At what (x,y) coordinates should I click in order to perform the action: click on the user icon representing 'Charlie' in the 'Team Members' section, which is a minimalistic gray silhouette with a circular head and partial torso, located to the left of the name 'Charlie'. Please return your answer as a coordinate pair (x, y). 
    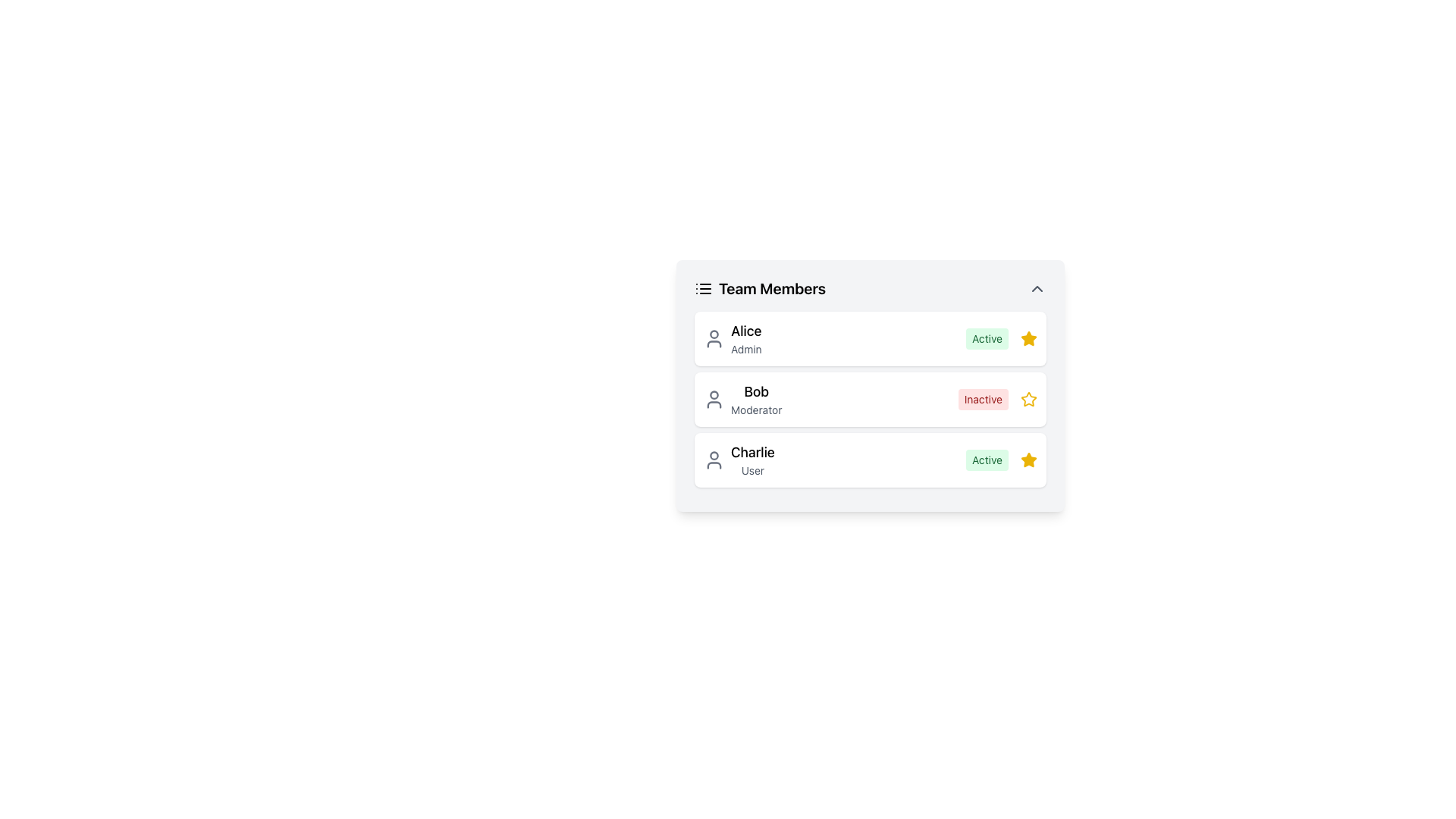
    Looking at the image, I should click on (713, 459).